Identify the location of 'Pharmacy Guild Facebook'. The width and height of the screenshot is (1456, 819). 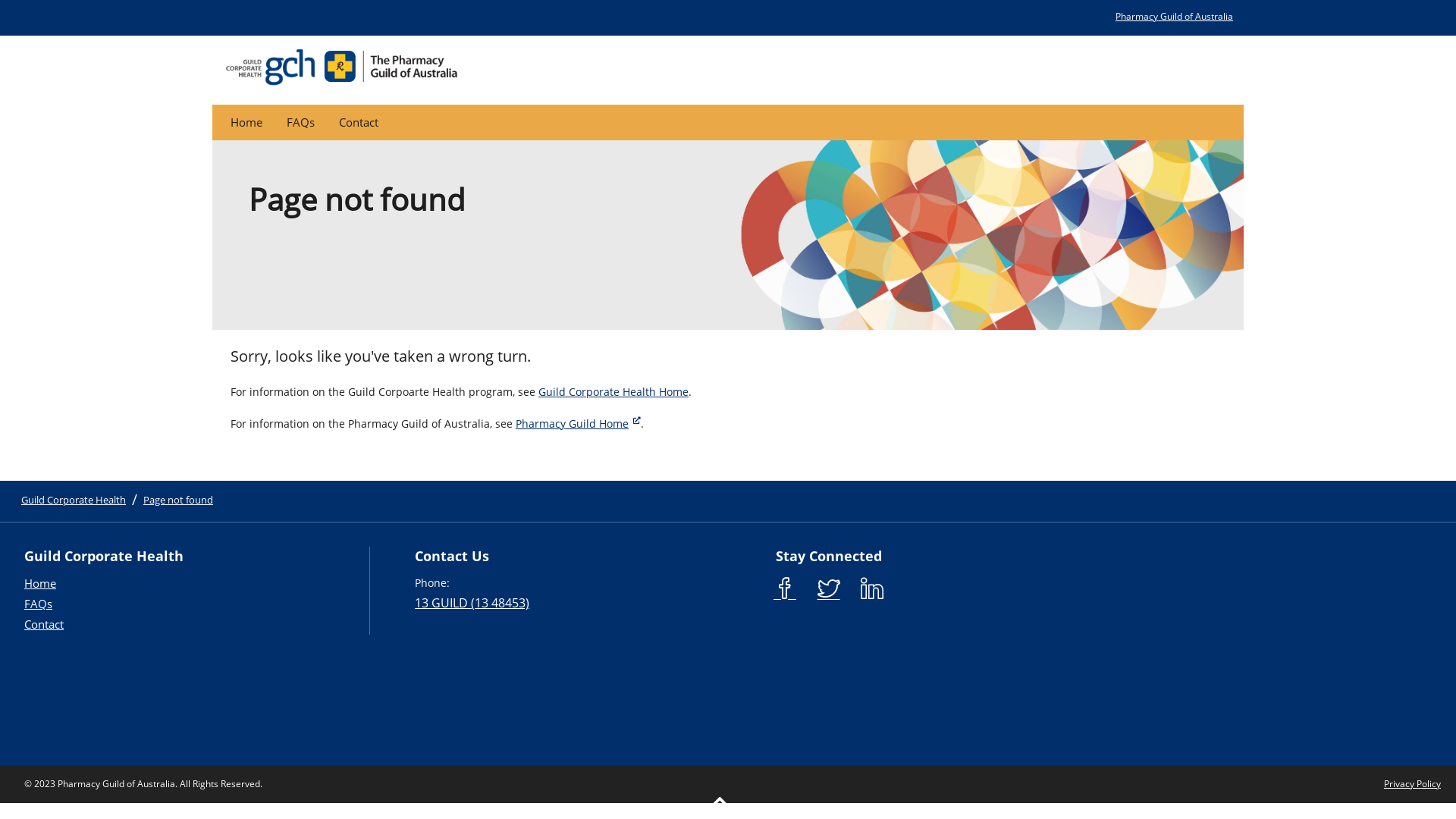
(785, 587).